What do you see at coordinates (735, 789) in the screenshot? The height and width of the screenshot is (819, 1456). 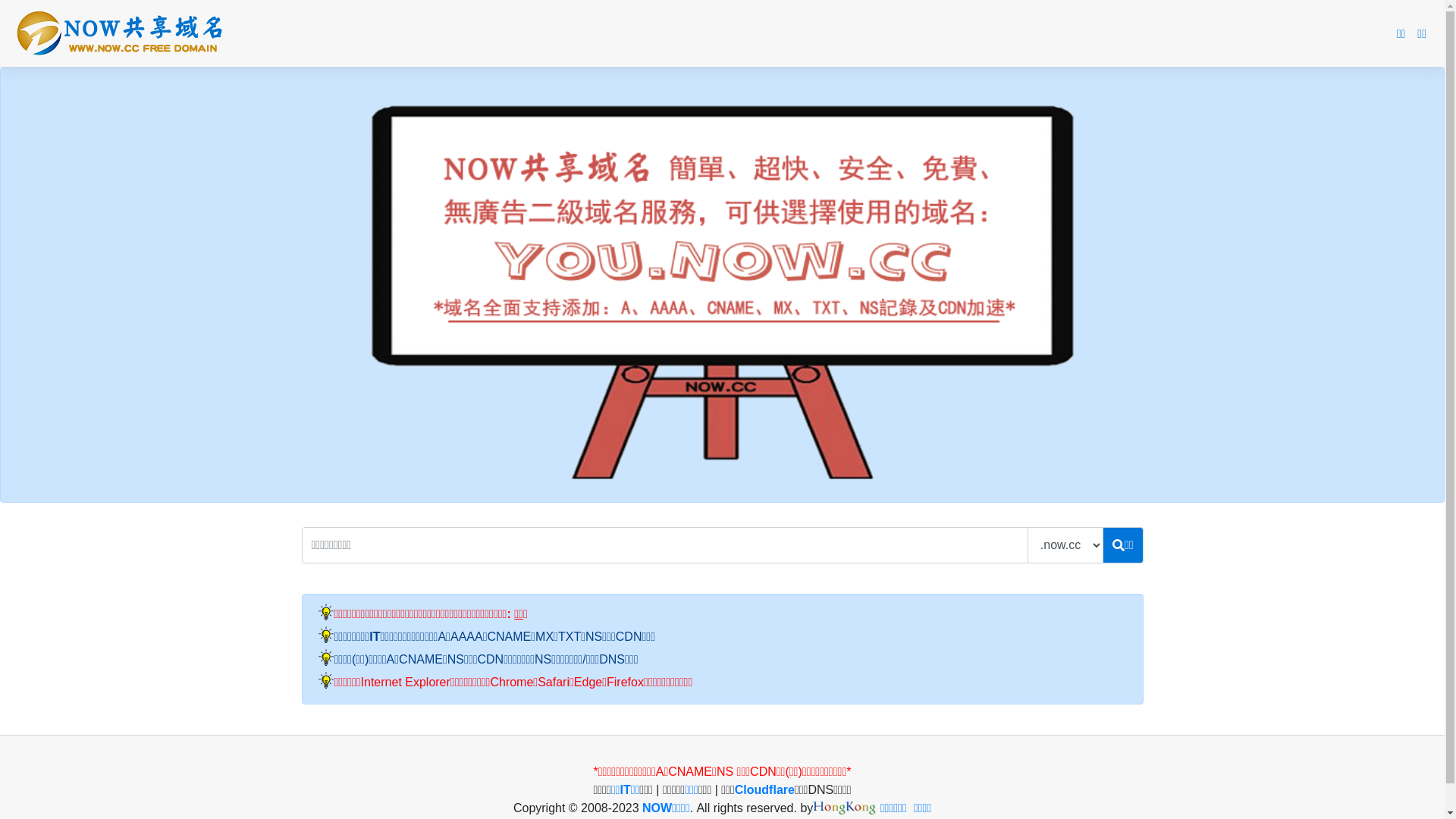 I see `'Cloudflare'` at bounding box center [735, 789].